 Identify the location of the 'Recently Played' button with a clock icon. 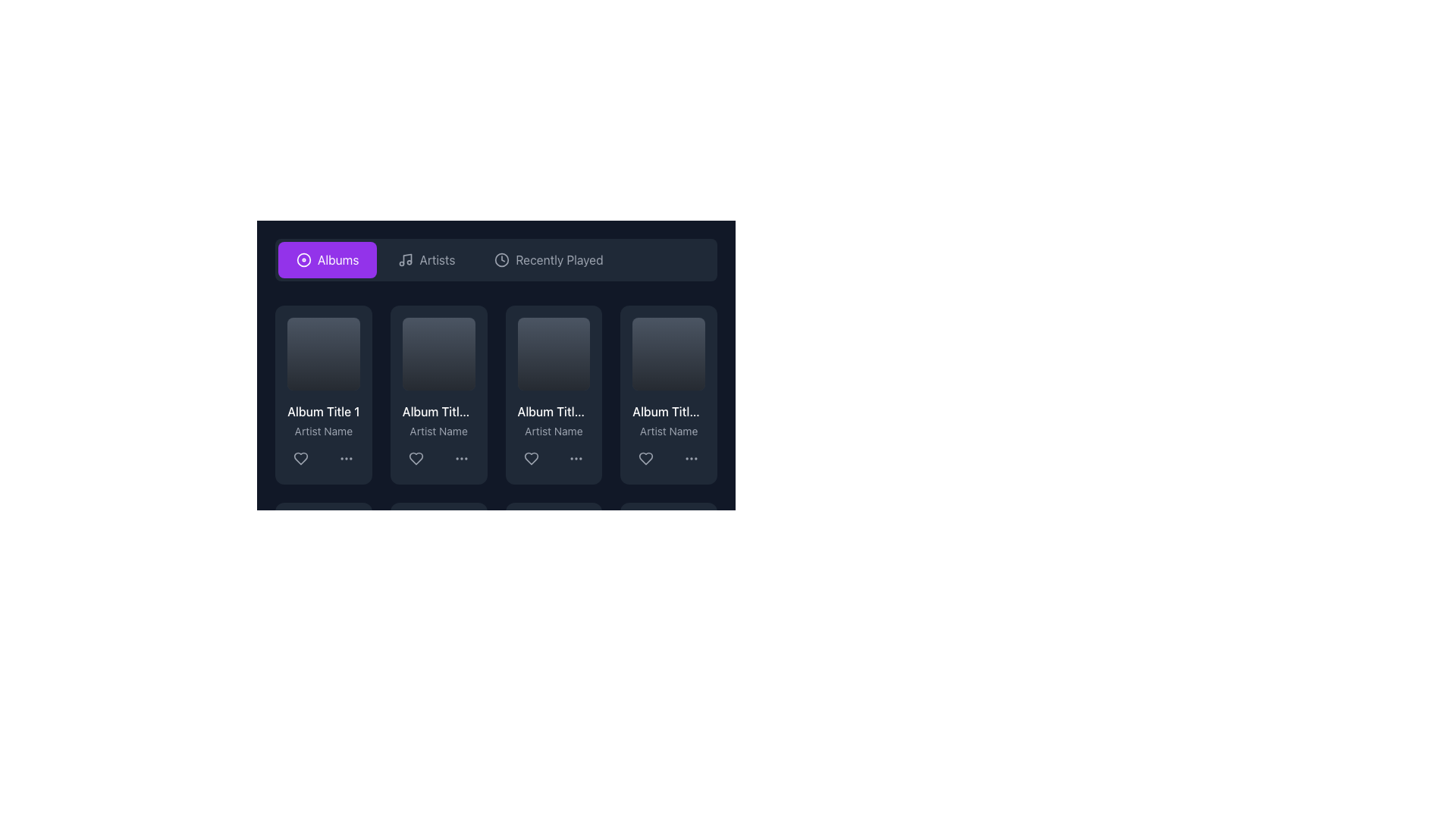
(548, 259).